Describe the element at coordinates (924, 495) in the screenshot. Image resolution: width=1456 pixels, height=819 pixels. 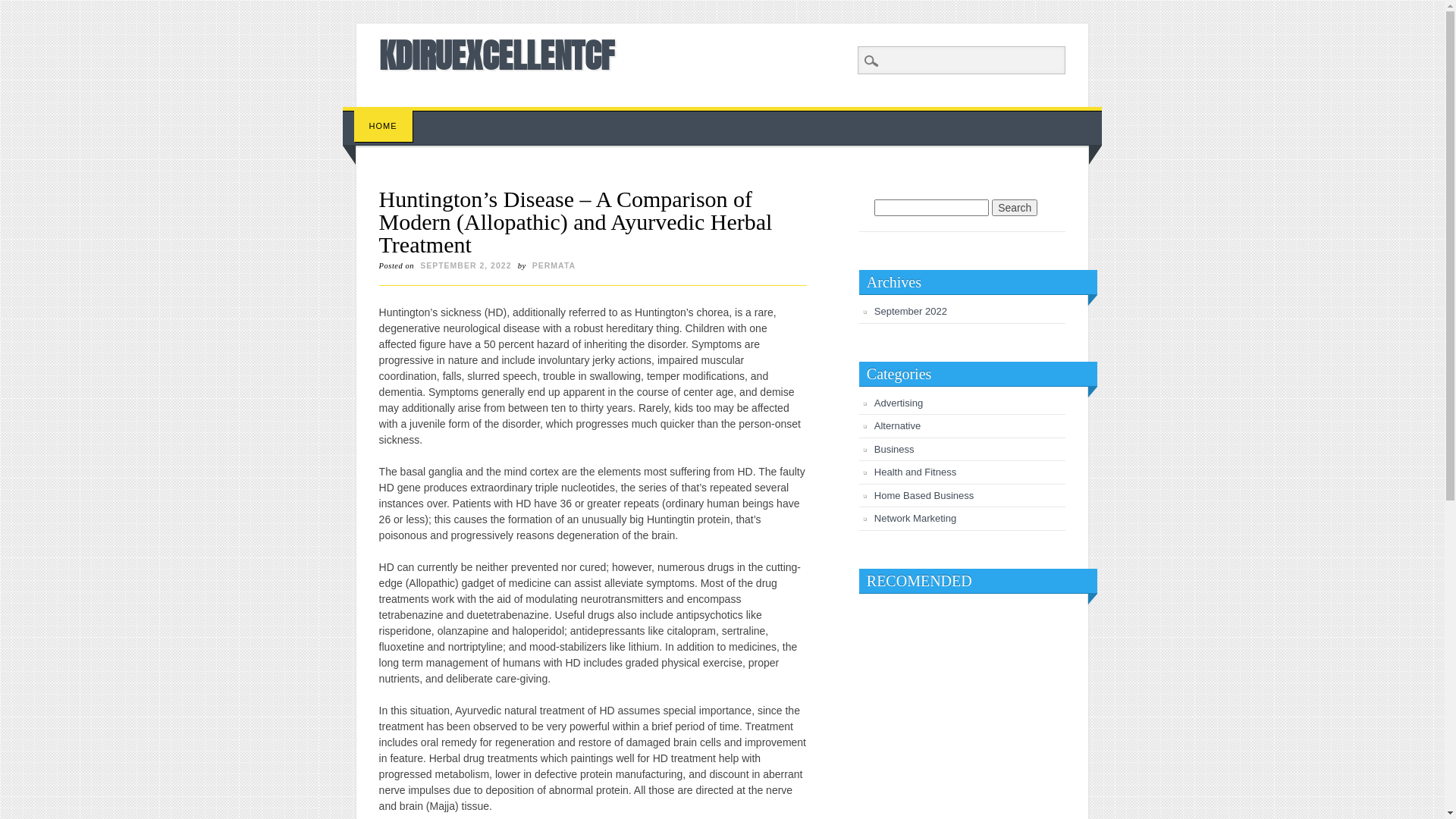
I see `'Home Based Business'` at that location.